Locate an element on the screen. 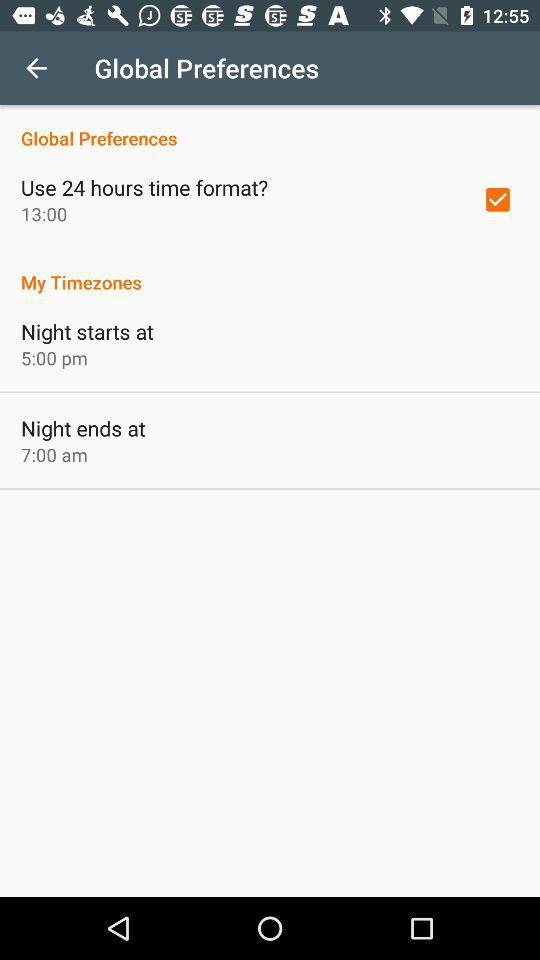 The height and width of the screenshot is (960, 540). icon to the right of use 24 hours item is located at coordinates (496, 199).